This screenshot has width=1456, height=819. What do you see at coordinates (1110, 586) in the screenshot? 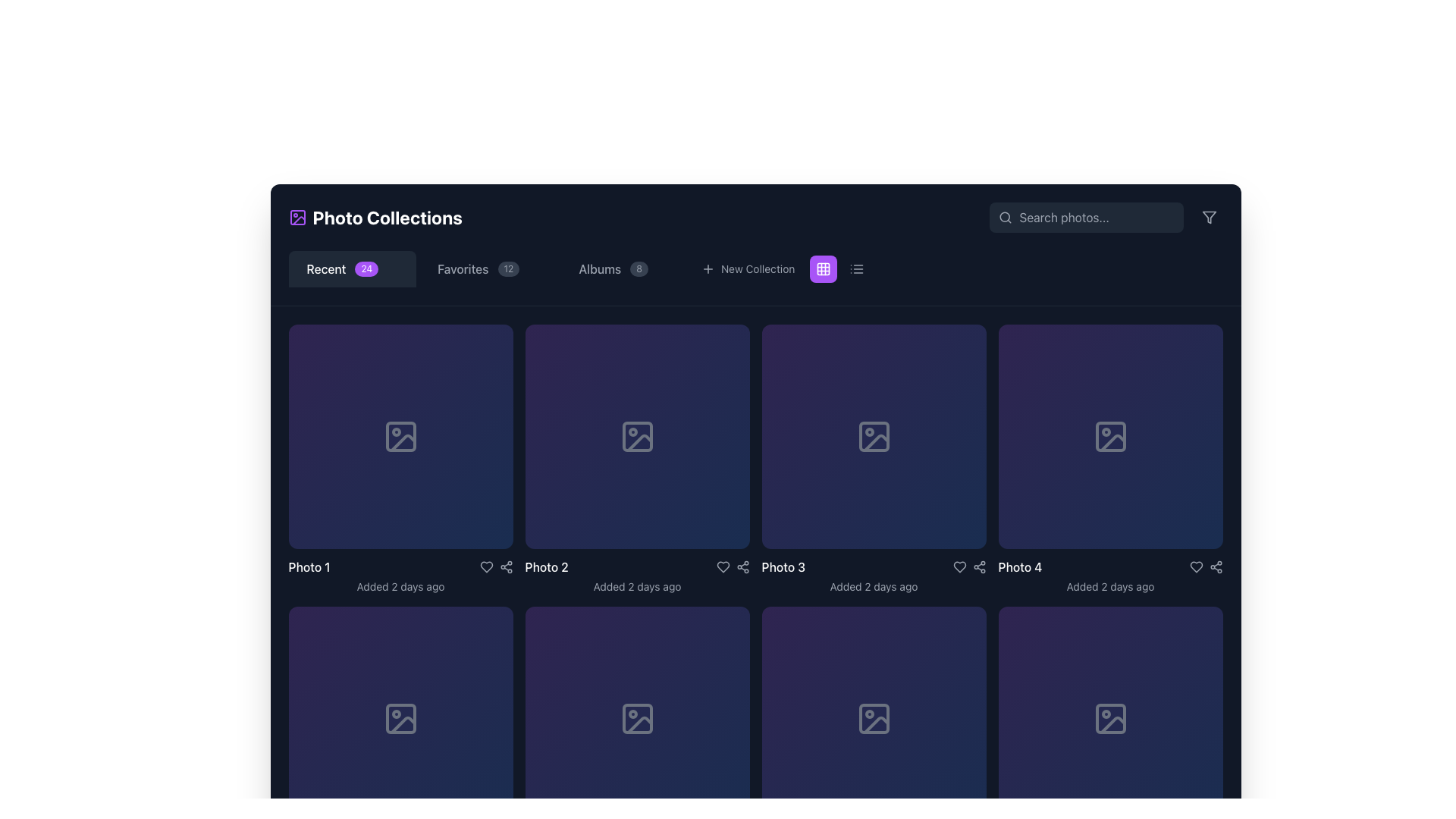
I see `the text element providing metadata about the image below the title 'Photo 4' in the fourth grid item of the gallery layout` at bounding box center [1110, 586].